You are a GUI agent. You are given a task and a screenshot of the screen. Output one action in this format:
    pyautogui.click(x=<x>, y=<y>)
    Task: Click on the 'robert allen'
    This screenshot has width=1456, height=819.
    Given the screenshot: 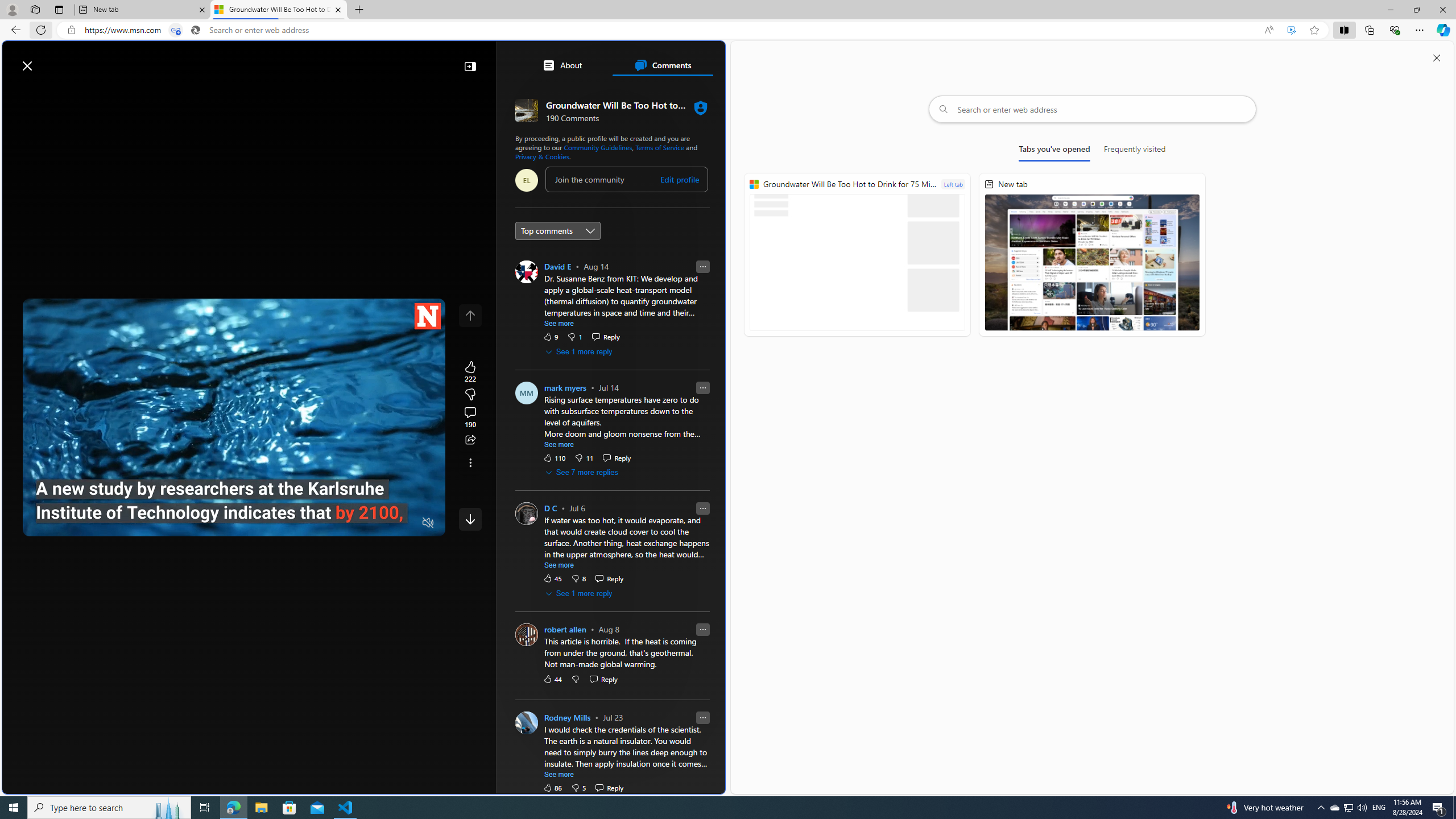 What is the action you would take?
    pyautogui.click(x=564, y=629)
    